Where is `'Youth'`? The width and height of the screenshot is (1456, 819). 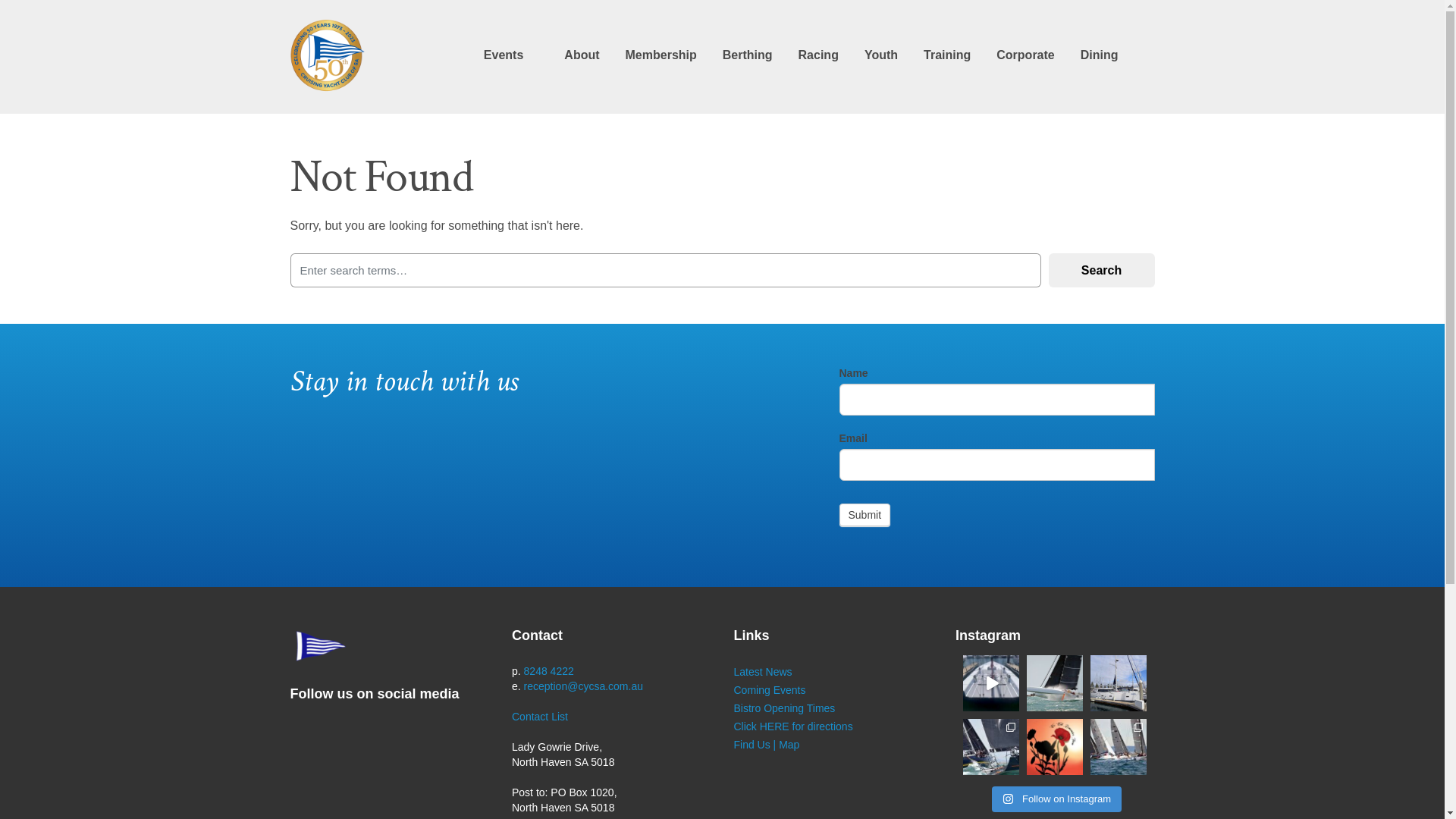
'Youth' is located at coordinates (880, 55).